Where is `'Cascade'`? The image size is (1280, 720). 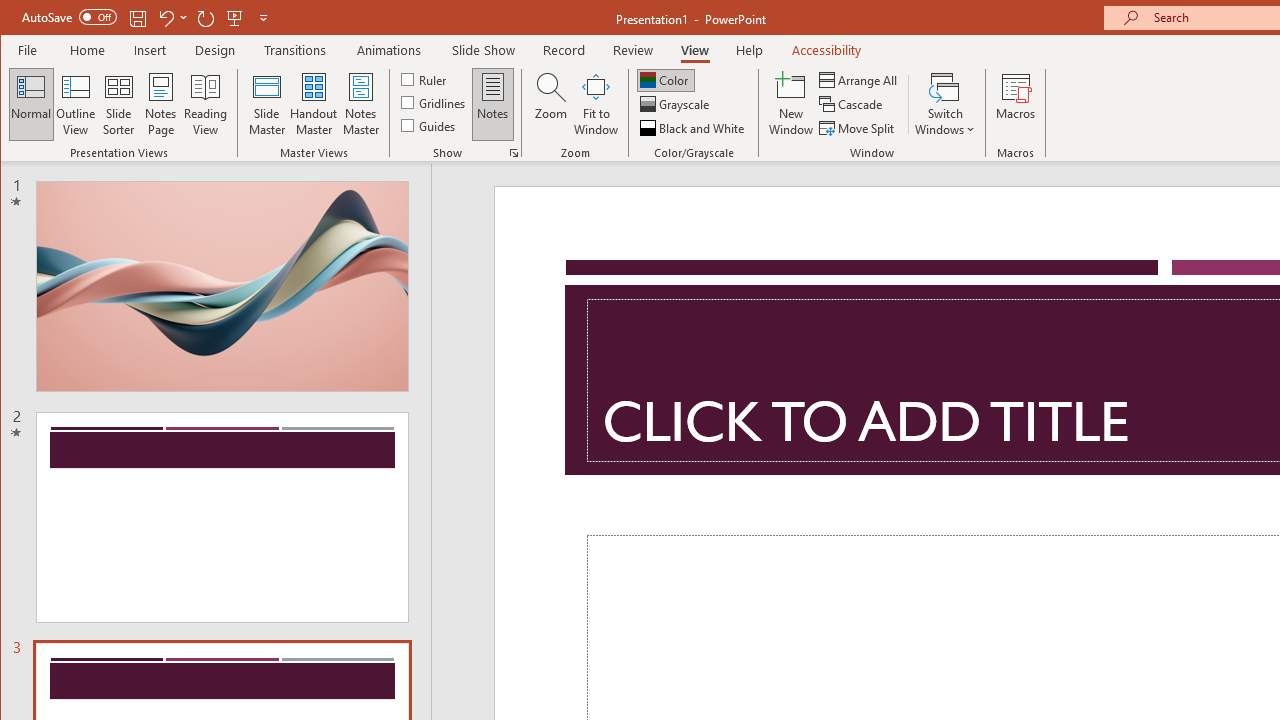
'Cascade' is located at coordinates (853, 104).